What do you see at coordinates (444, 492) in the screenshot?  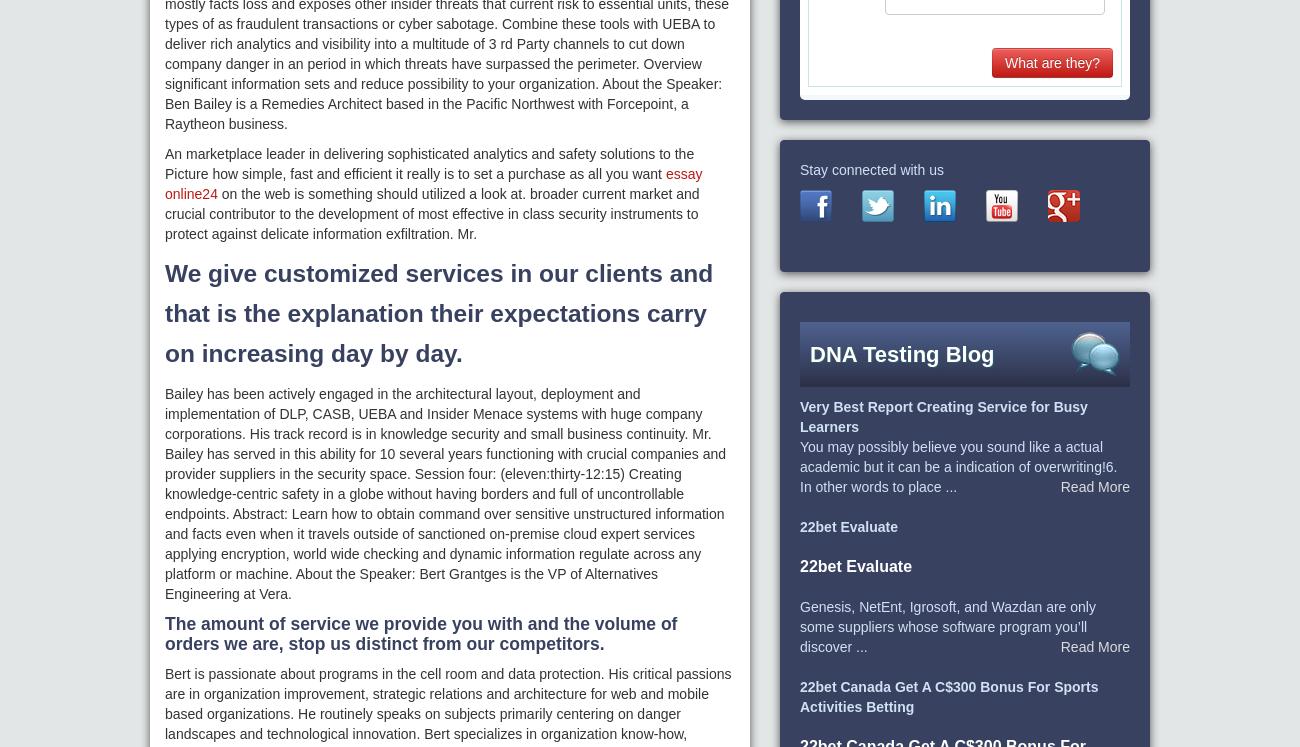 I see `'Bailey has been actively engaged in the architectural layout, deployment and implementation of DLP, CASB, UEBA and Insider Menace systems with huge company corporations. His track record is in knowledge security and small business continuity. Mr. Bailey has served in this ability for 10 several years functioning with crucial companies and provider suppliers in the security space. Session four: (eleven:thirty-12:15) Creating knowledge-centric safety in a globe without having borders and full of uncontrollable endpoints. Abstract: Learn how to obtain command over sensitive unstructured information and facts even when it travels outside of sanctioned on-premise cloud expert services applying encryption, world wide checking and dynamic information regulate across any platform or machine. About the Speaker: Bert Grantges is the VP of Alternatives Engineering at Vera.'` at bounding box center [444, 492].